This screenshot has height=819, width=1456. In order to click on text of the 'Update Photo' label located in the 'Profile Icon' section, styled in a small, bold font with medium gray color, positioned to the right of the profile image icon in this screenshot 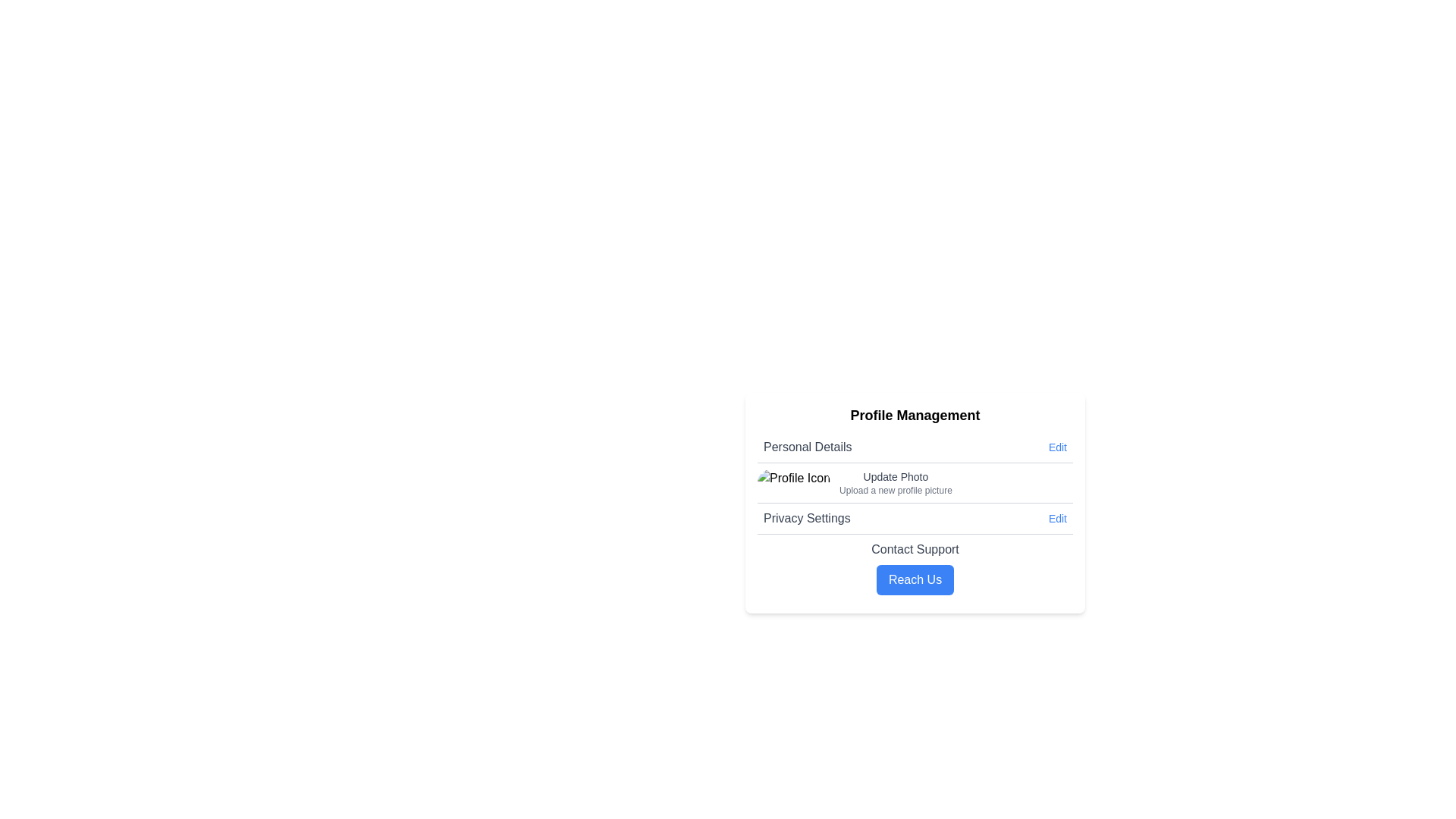, I will do `click(896, 475)`.